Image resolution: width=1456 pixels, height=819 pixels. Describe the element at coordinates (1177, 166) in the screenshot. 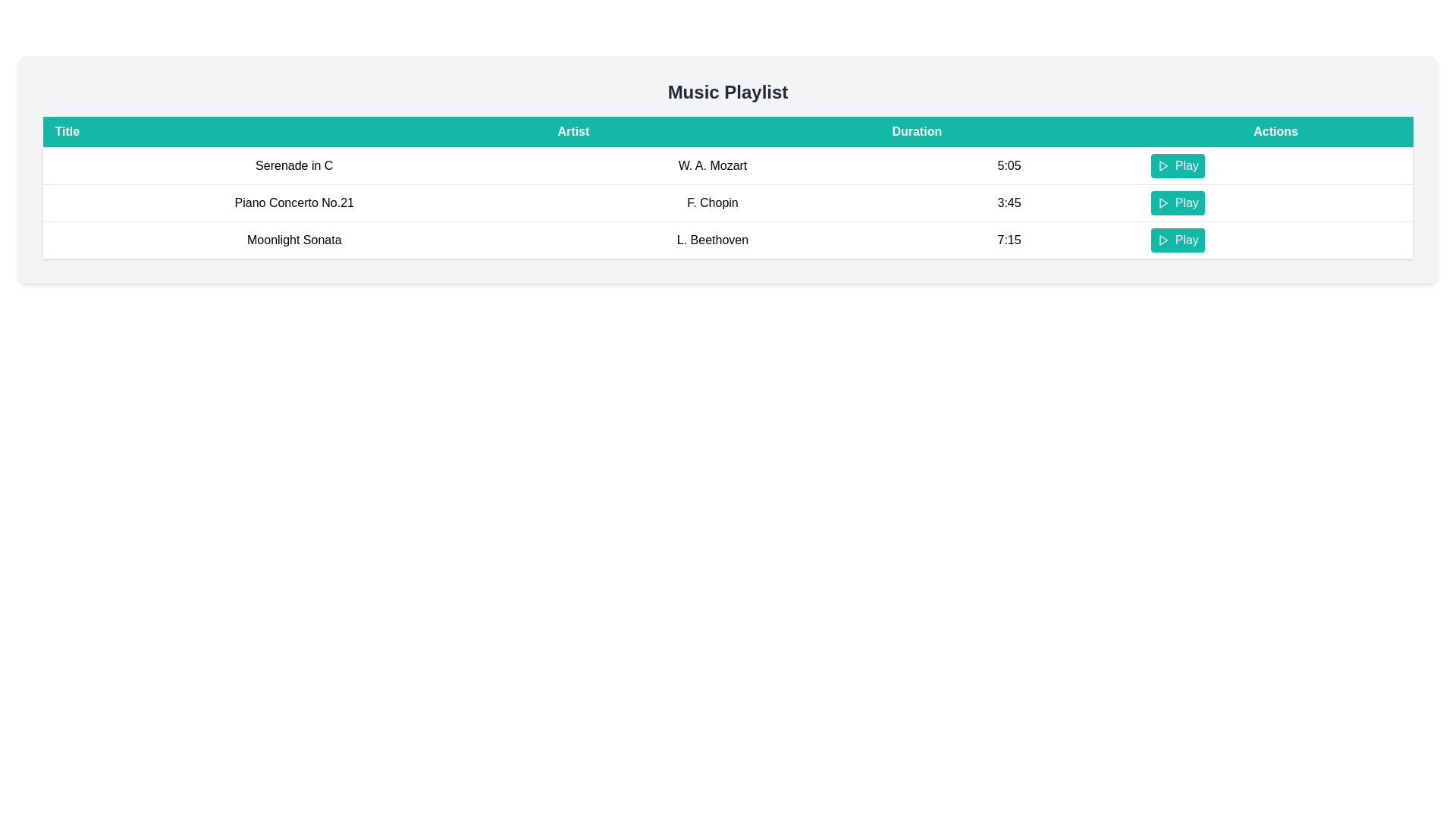

I see `the first button in the 'Actions' column of the first row of the table to observe the state change` at that location.